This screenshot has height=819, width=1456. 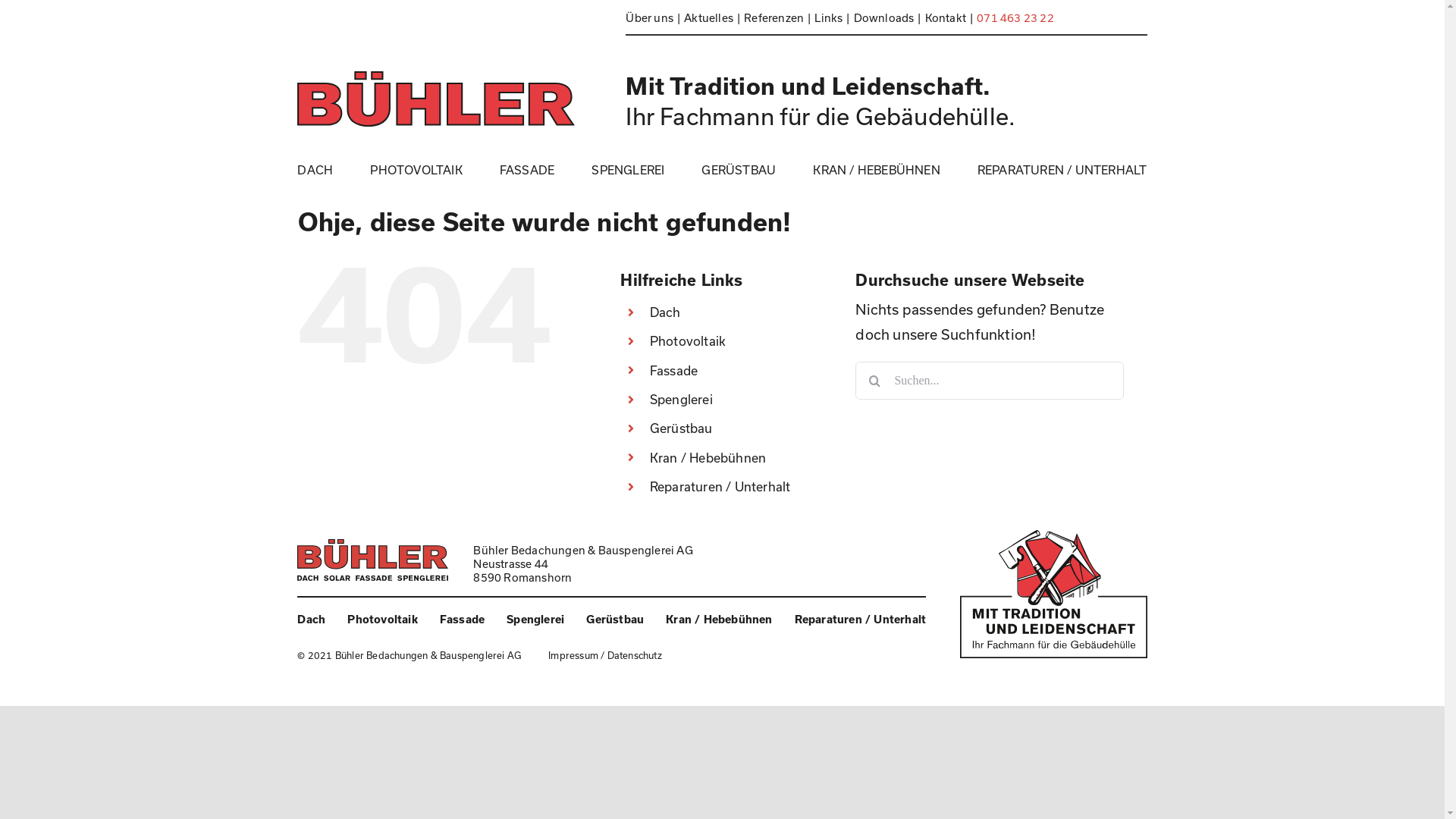 What do you see at coordinates (976, 17) in the screenshot?
I see `'071 463 23 22'` at bounding box center [976, 17].